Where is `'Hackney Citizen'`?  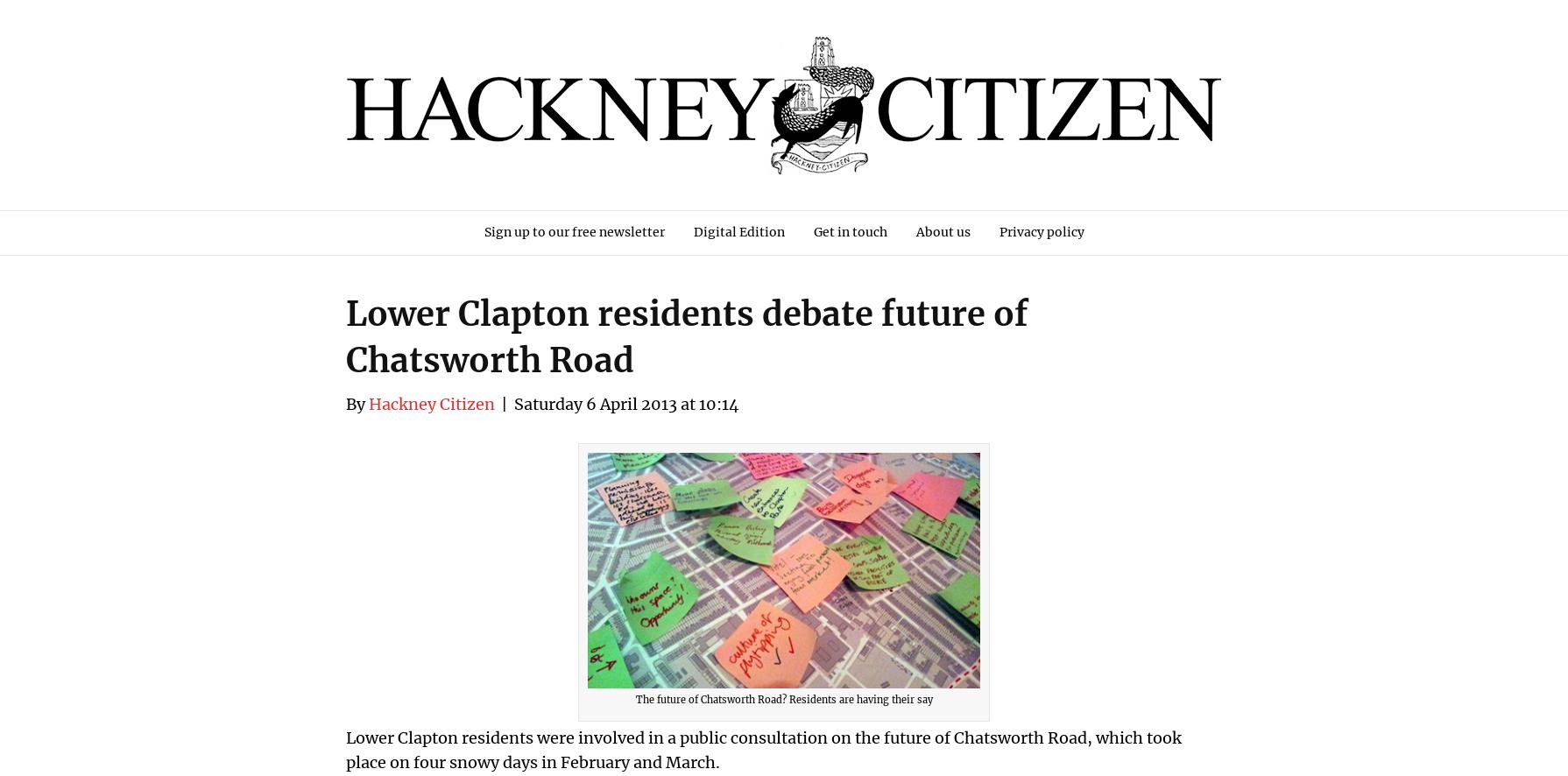
'Hackney Citizen' is located at coordinates (430, 403).